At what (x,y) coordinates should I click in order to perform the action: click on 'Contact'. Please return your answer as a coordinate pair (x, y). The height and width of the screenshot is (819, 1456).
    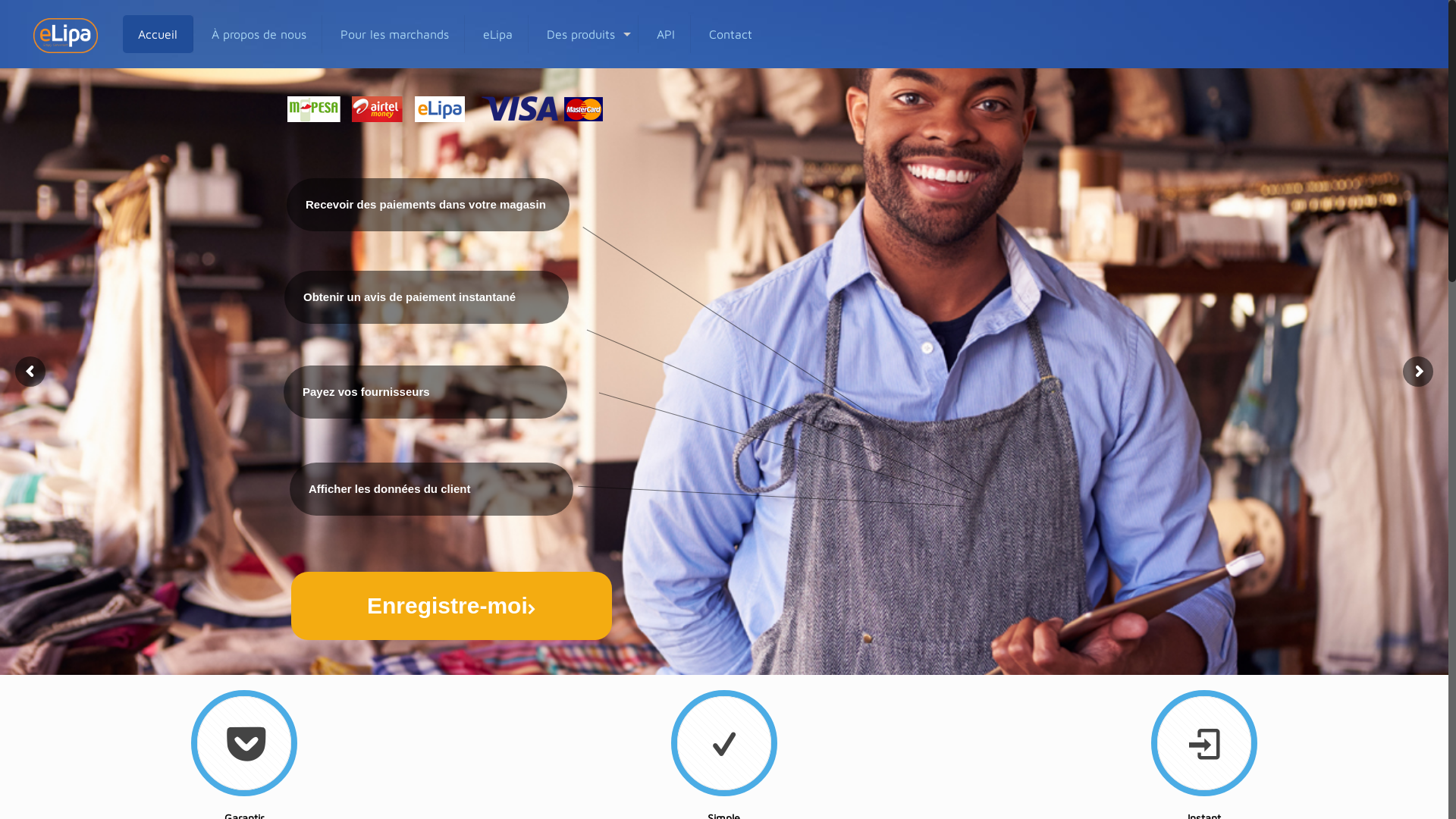
    Looking at the image, I should click on (730, 34).